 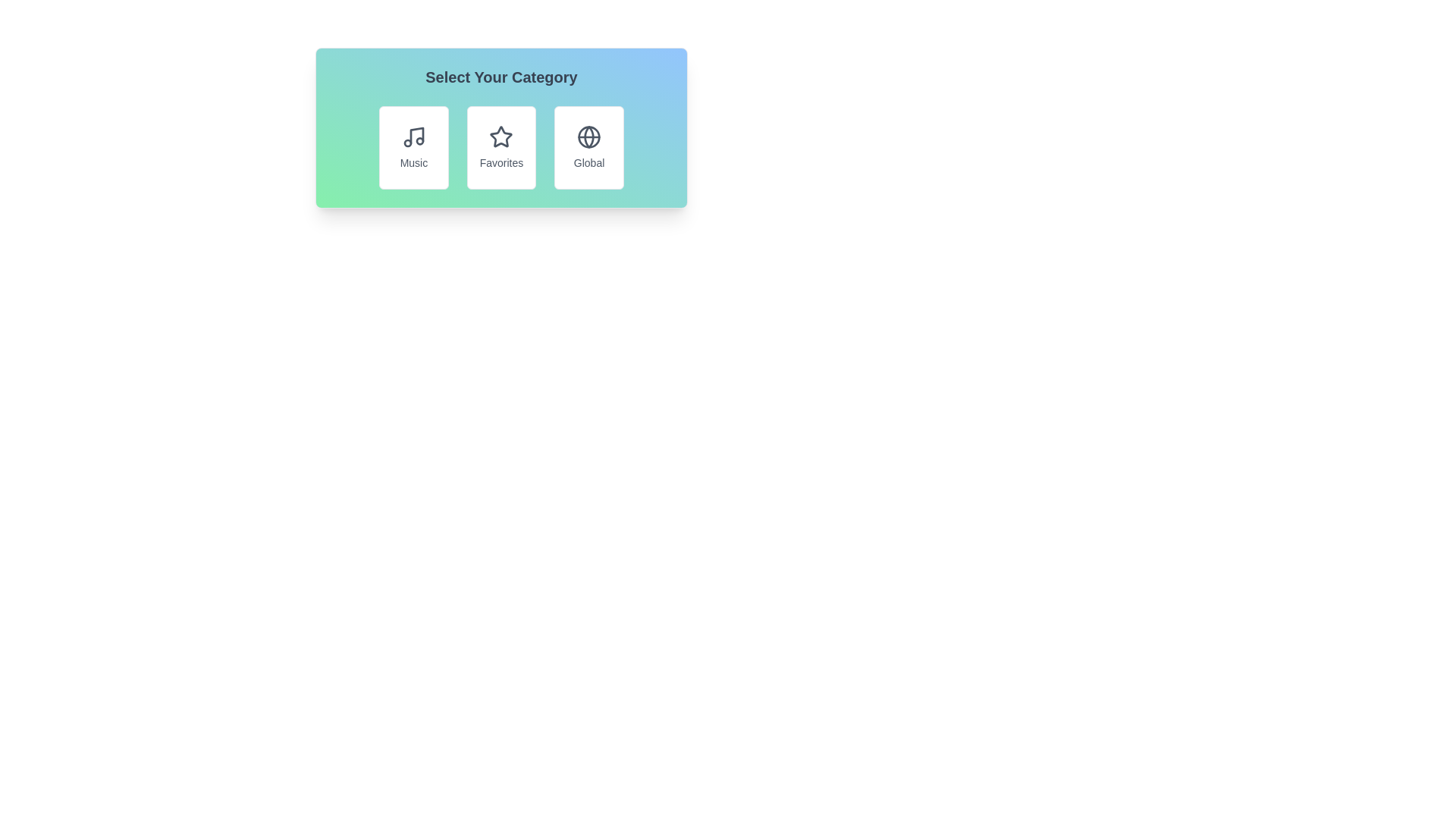 What do you see at coordinates (501, 148) in the screenshot?
I see `the 'Favorites' button, which is centrally located in the grid layout of interactive items to trigger a visual change` at bounding box center [501, 148].